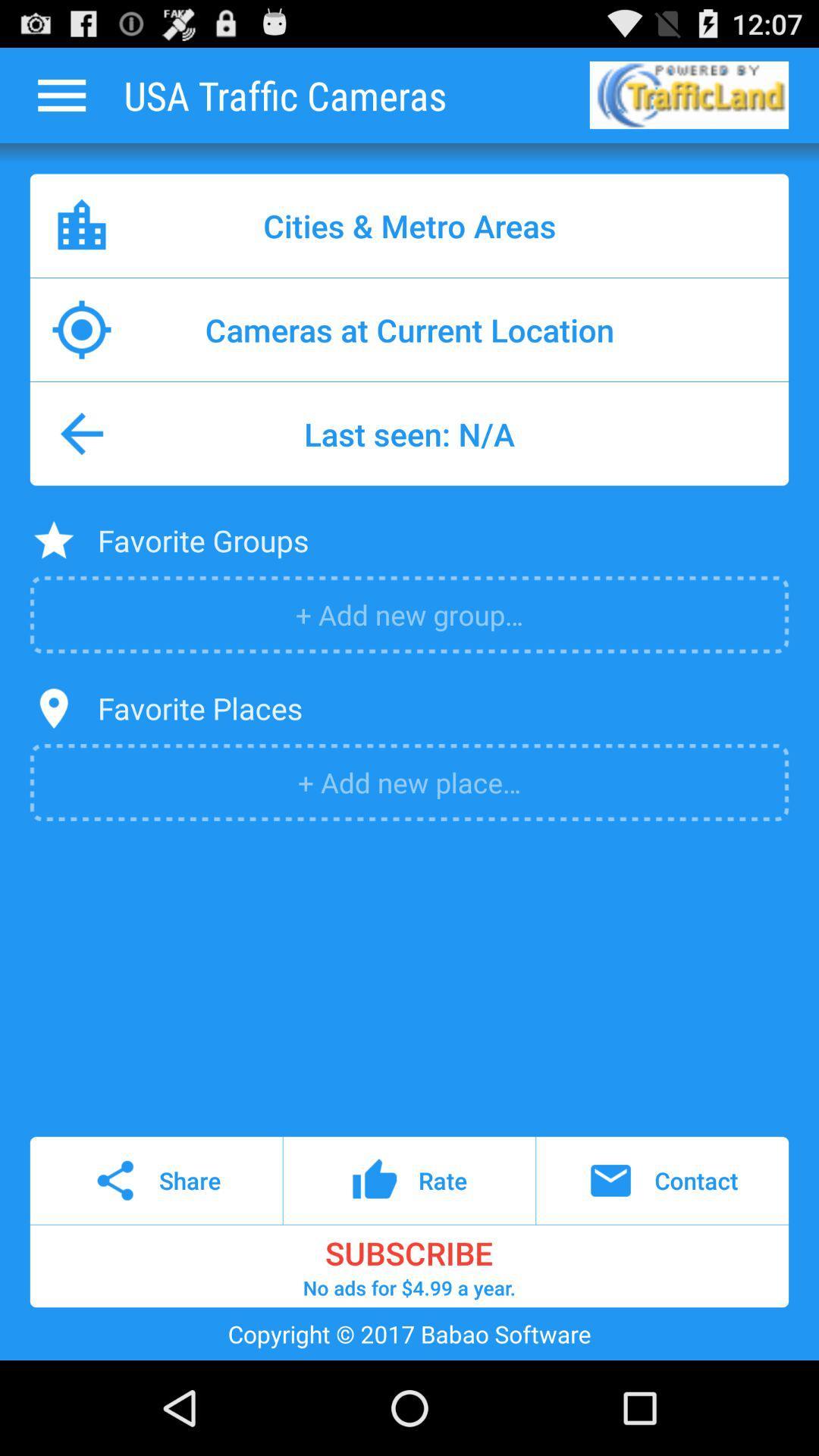 The height and width of the screenshot is (1456, 819). I want to click on item next to the cameras at current item, so click(736, 329).